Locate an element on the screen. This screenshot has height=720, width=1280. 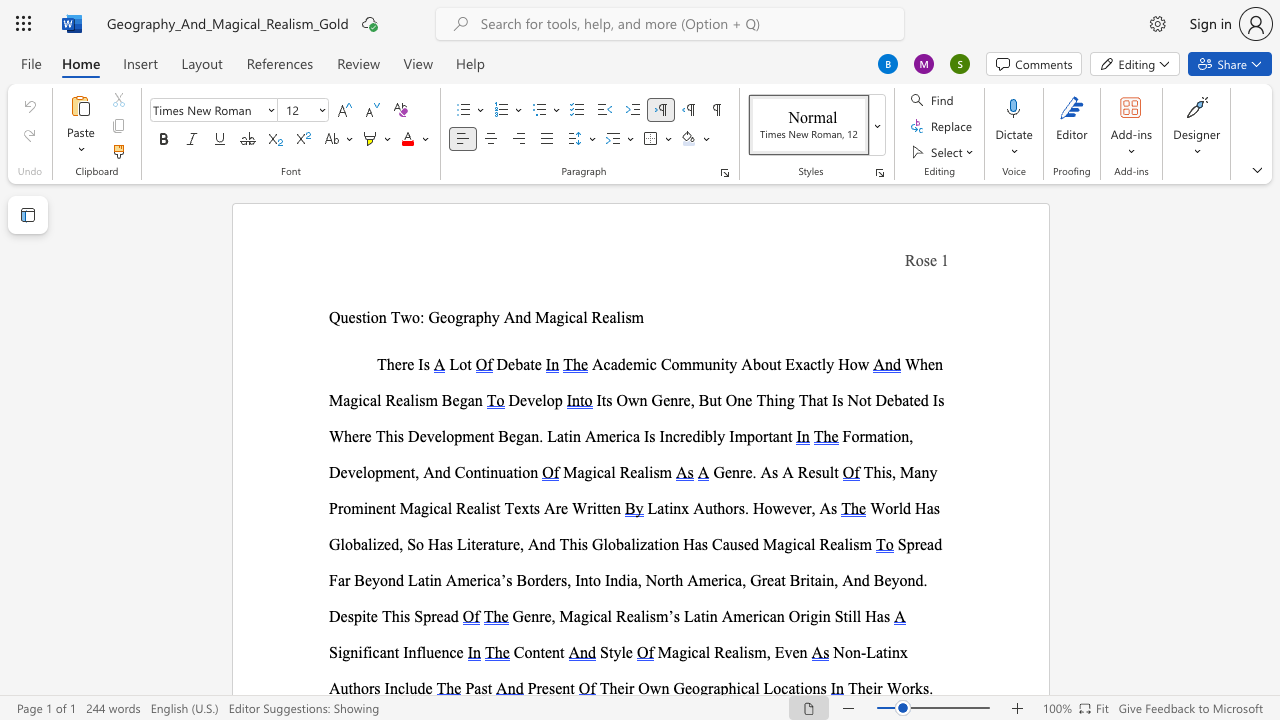
the 2th character "i" in the text is located at coordinates (651, 472).